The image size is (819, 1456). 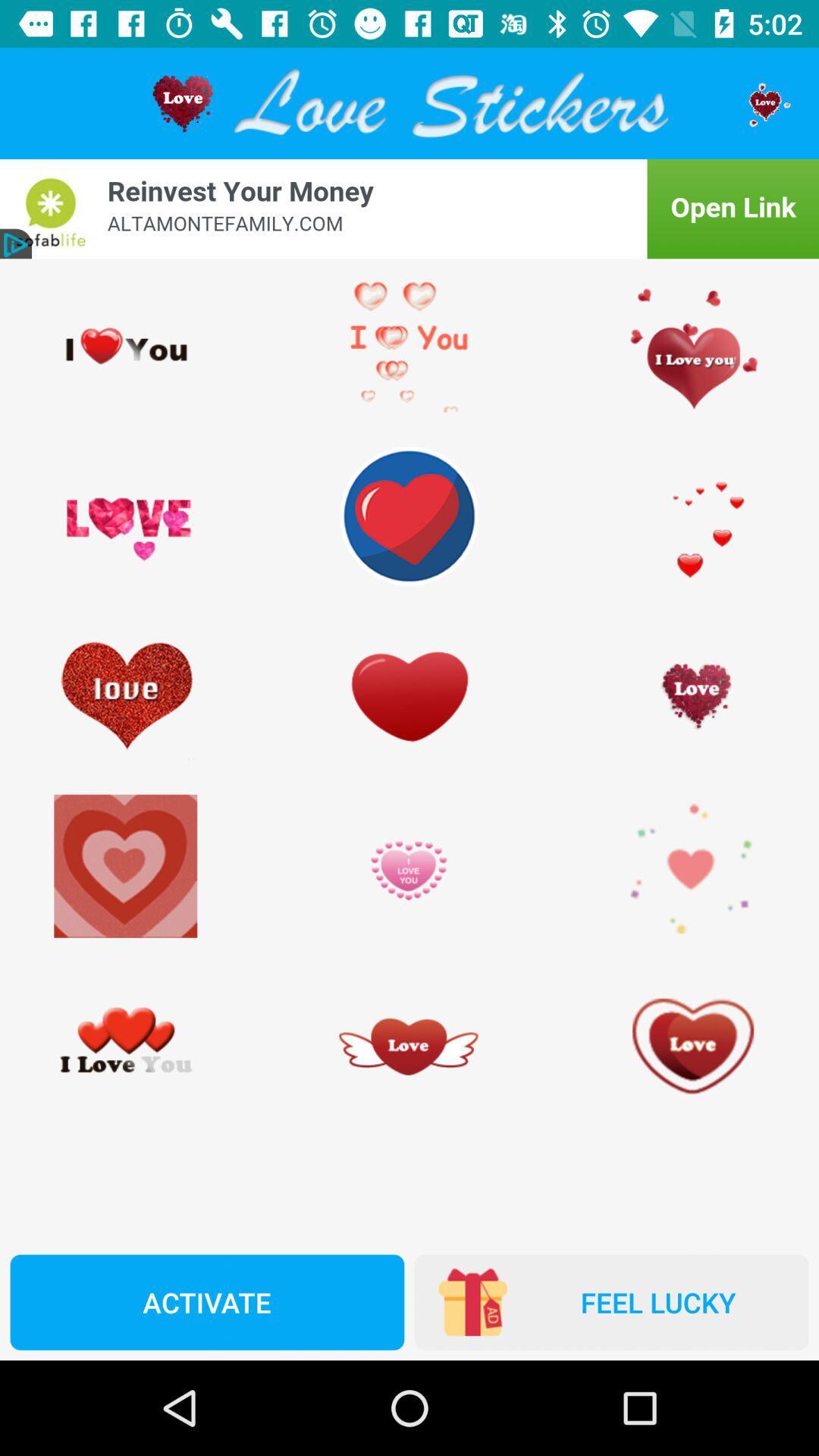 What do you see at coordinates (610, 1301) in the screenshot?
I see `feel lucky icon` at bounding box center [610, 1301].